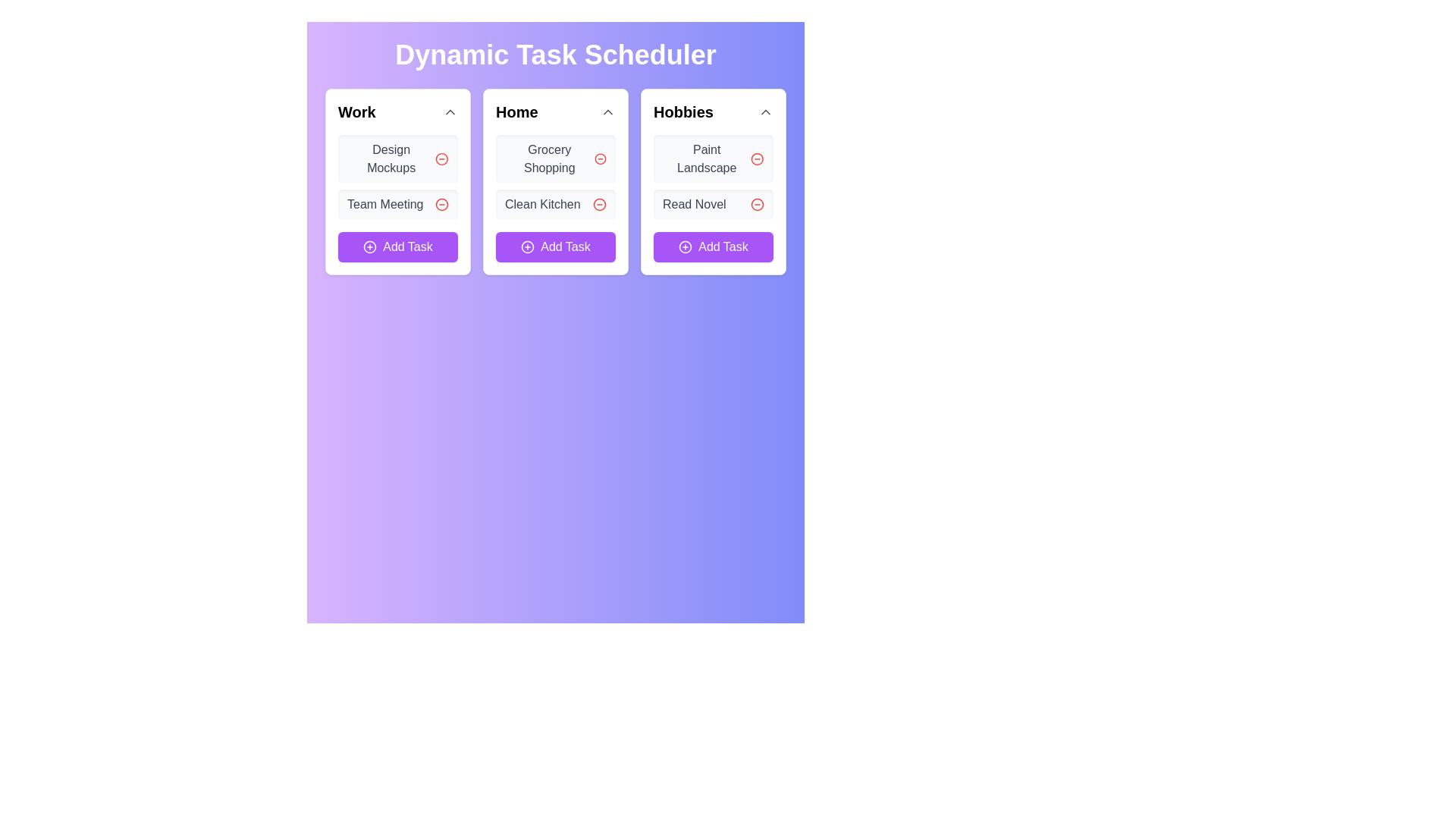  I want to click on the interactive remove button for the 'Paint Landscape' task located, so click(758, 158).